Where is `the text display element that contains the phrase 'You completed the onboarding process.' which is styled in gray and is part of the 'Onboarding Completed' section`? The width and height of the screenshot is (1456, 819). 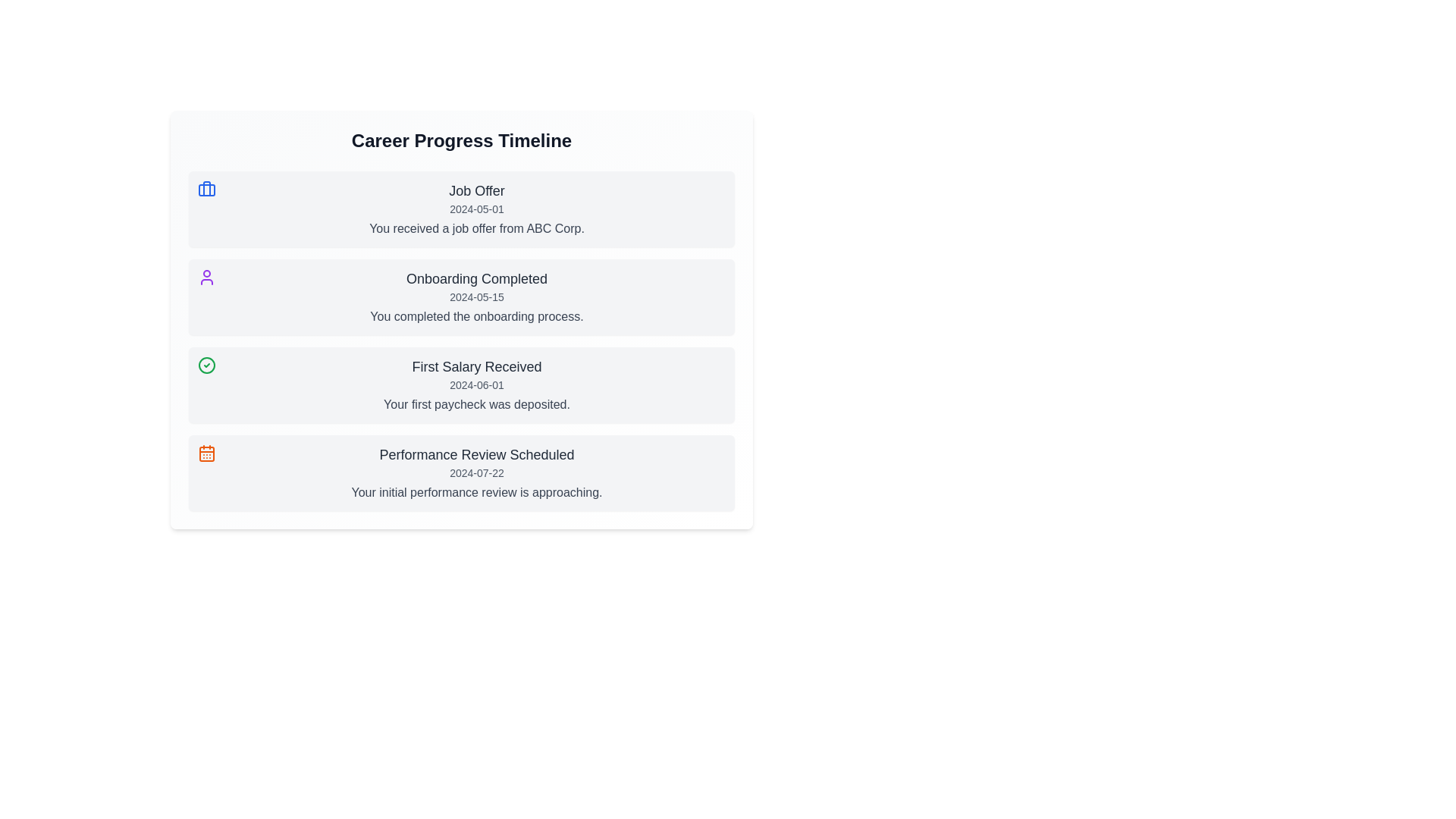 the text display element that contains the phrase 'You completed the onboarding process.' which is styled in gray and is part of the 'Onboarding Completed' section is located at coordinates (475, 315).